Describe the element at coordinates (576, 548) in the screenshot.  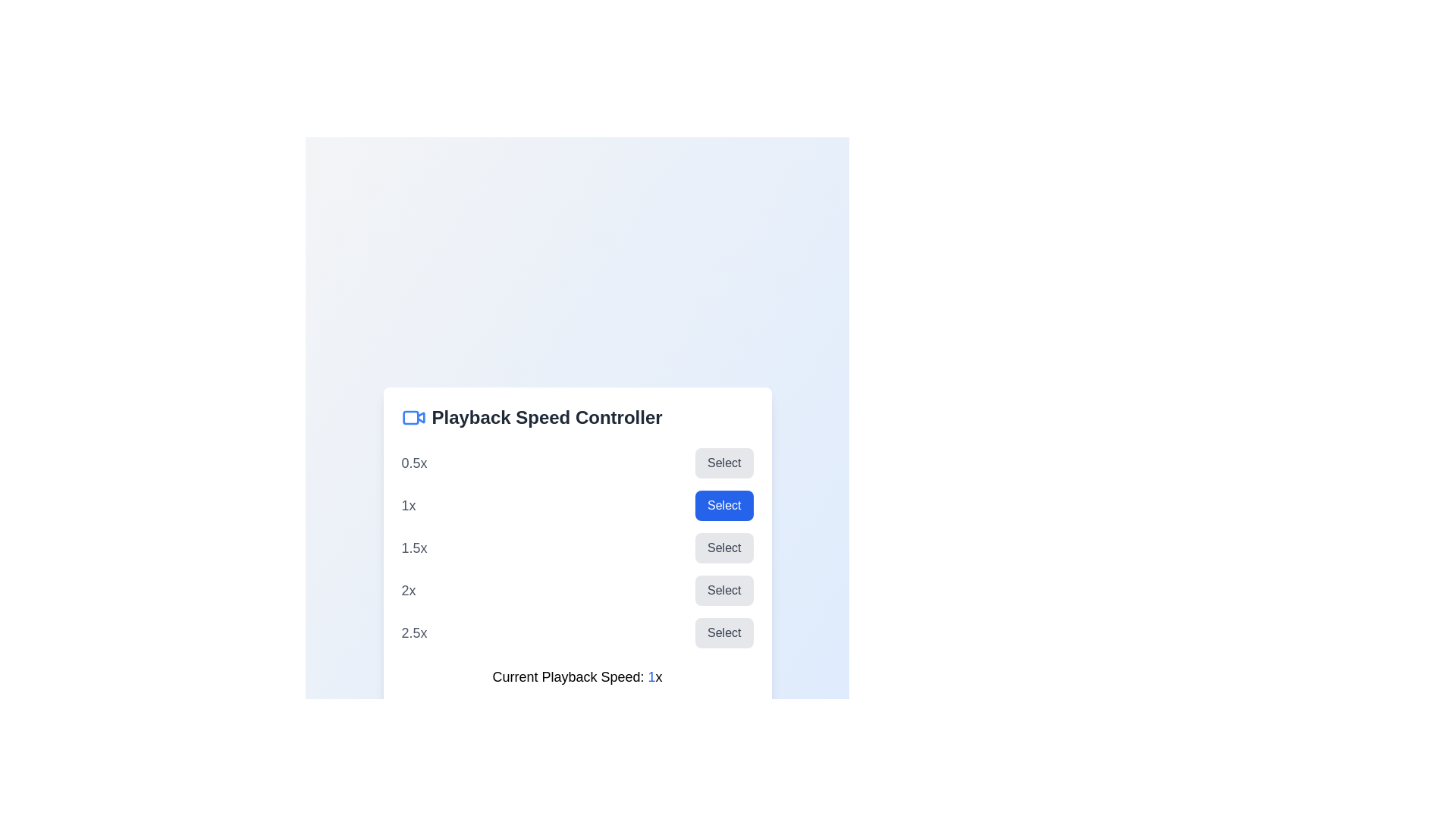
I see `the 'Select' button for the '1.5x' playback speed option in the Playback Speed Controller list using mouse` at that location.